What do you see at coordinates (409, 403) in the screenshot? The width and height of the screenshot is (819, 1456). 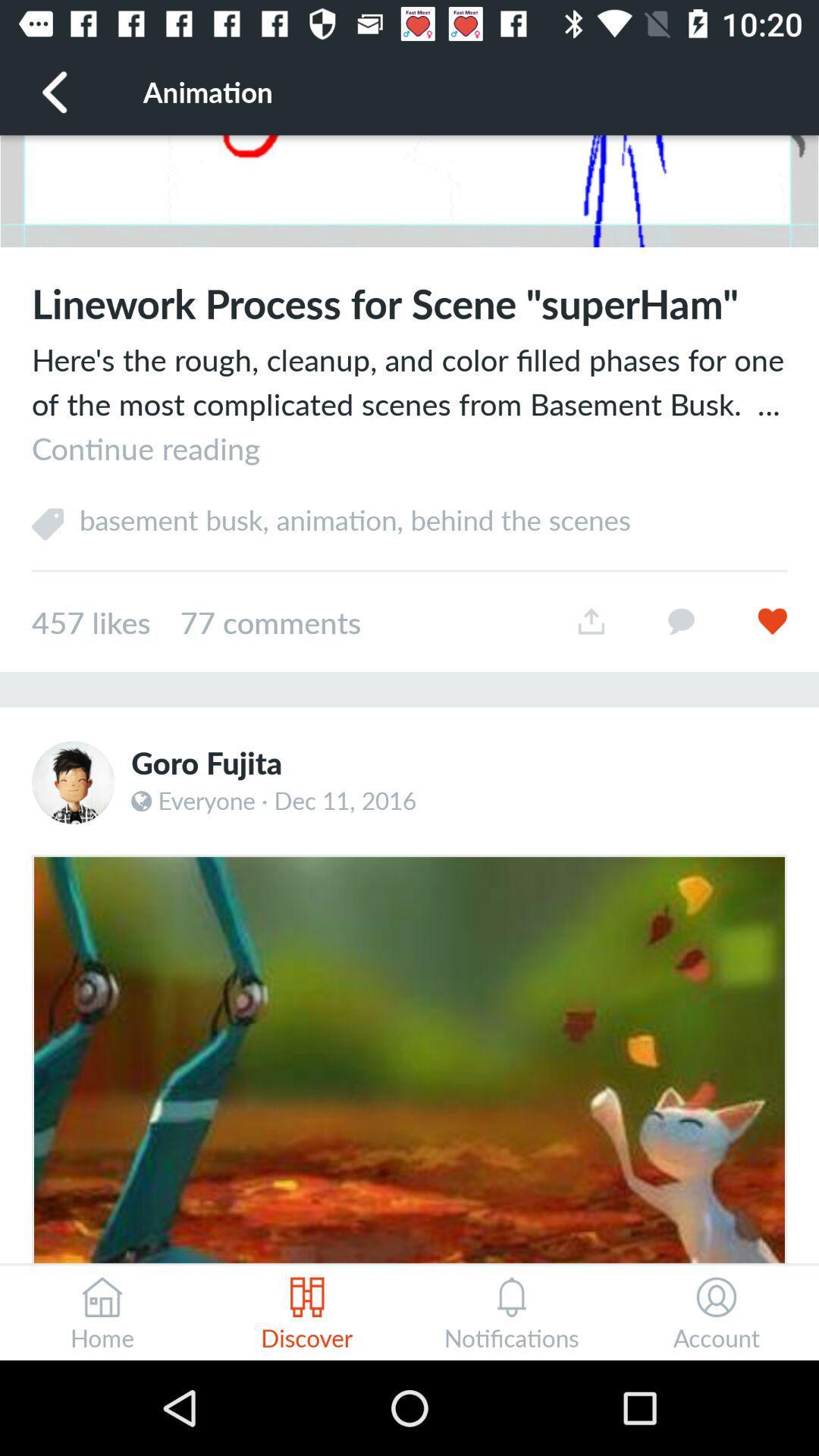 I see `the icon below linework process for icon` at bounding box center [409, 403].